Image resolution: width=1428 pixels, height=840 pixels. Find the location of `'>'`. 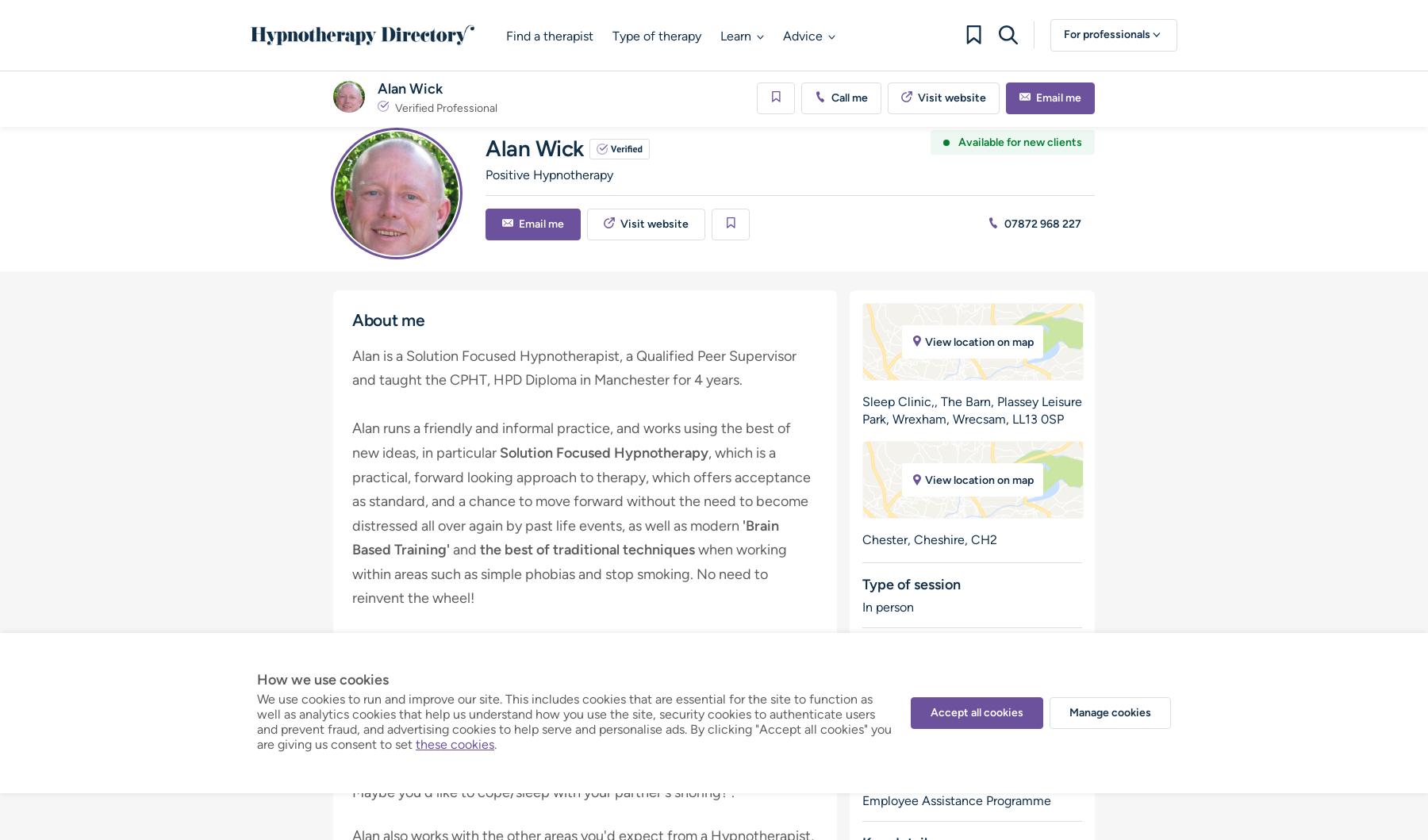

'>' is located at coordinates (373, 88).